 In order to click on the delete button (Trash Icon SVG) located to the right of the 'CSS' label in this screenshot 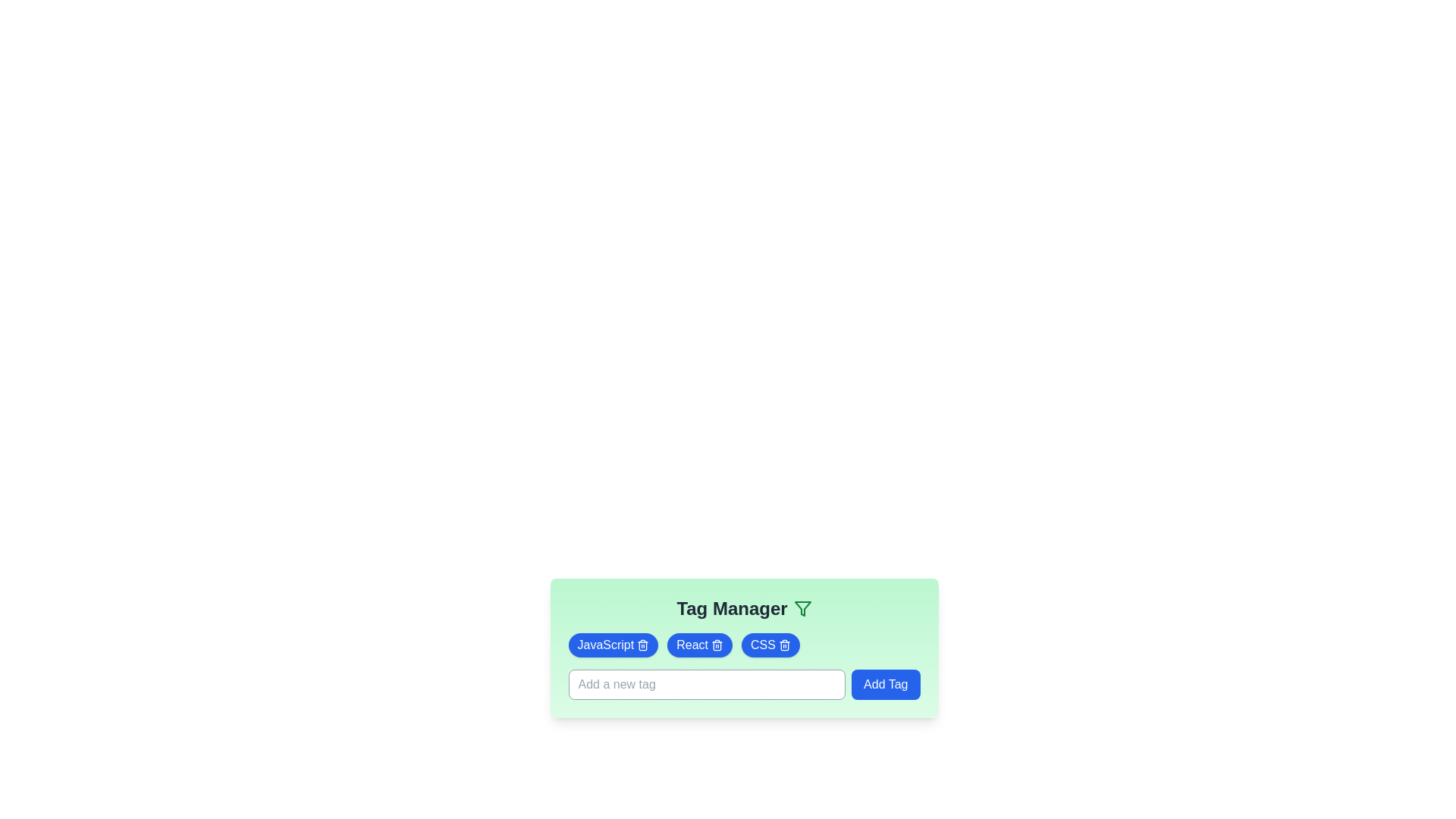, I will do `click(784, 645)`.